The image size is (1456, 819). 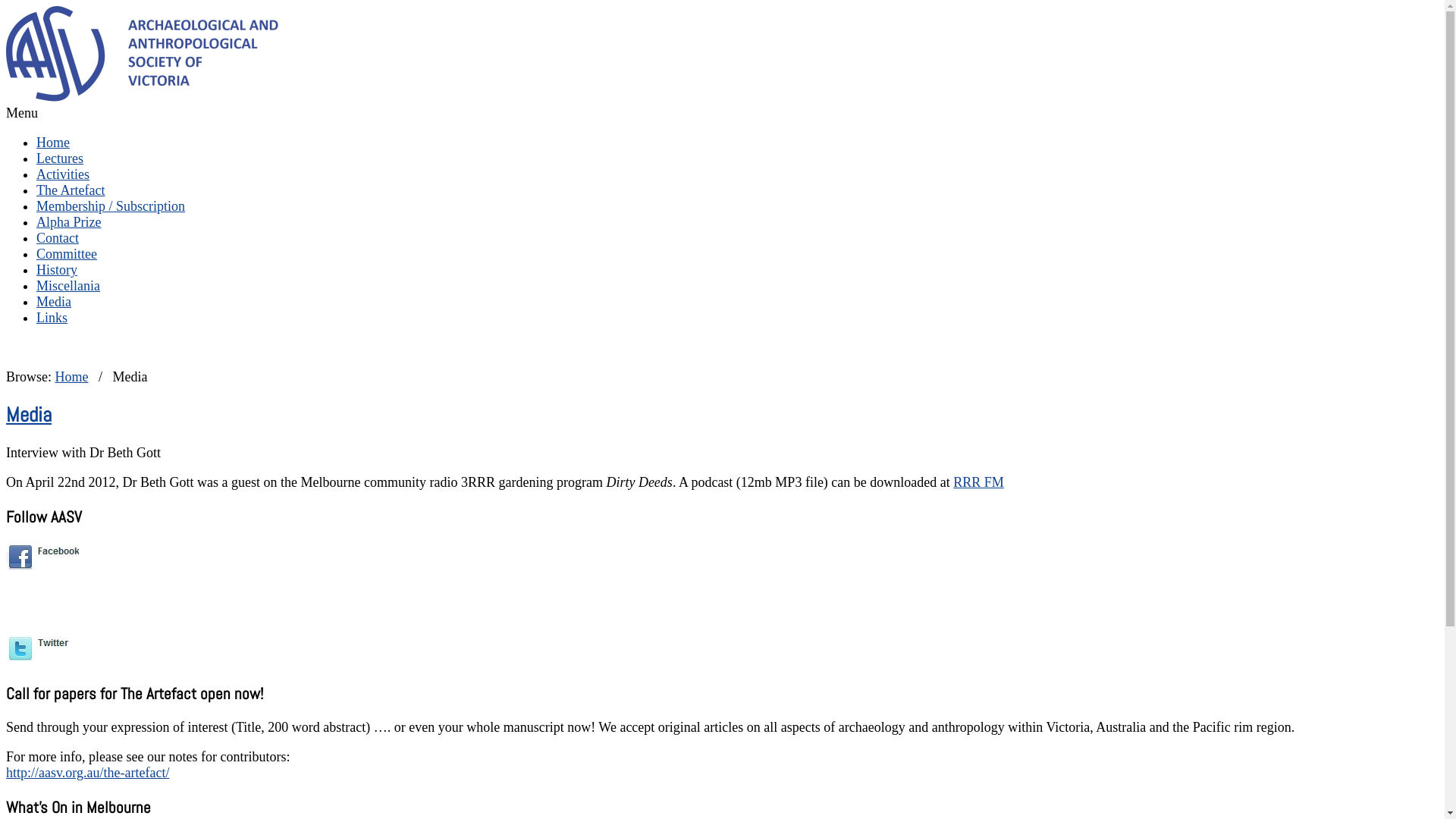 What do you see at coordinates (57, 268) in the screenshot?
I see `'History'` at bounding box center [57, 268].